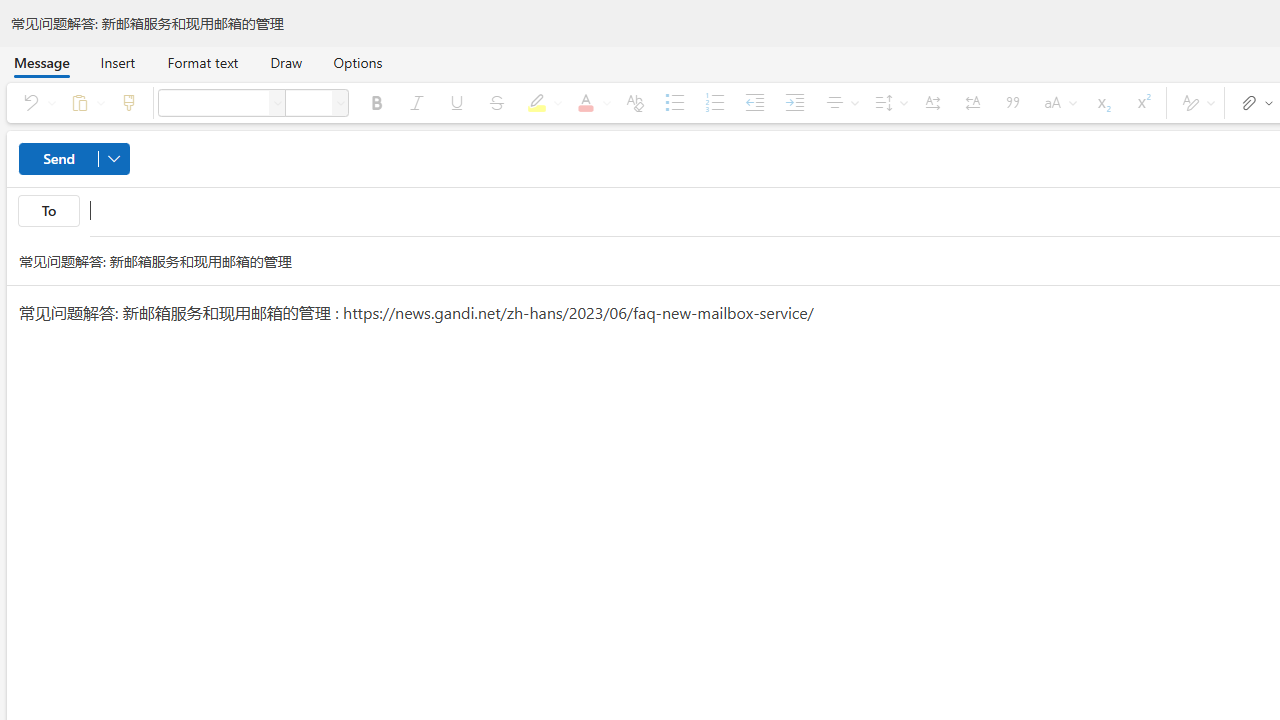 The image size is (1280, 720). What do you see at coordinates (376, 102) in the screenshot?
I see `'Bold'` at bounding box center [376, 102].